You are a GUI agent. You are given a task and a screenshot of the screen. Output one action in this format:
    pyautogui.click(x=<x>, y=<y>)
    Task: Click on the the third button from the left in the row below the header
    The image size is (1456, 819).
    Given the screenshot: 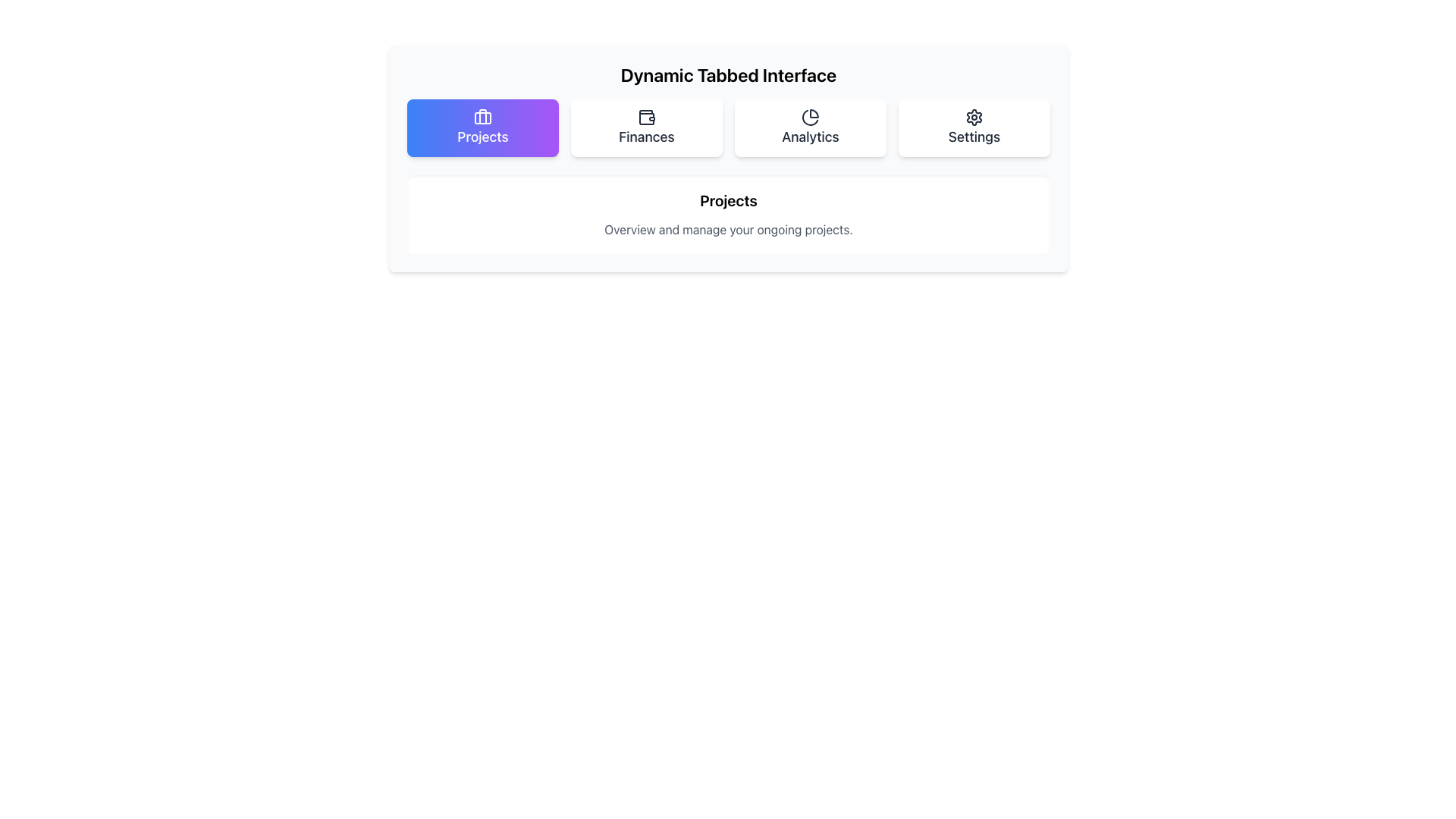 What is the action you would take?
    pyautogui.click(x=810, y=127)
    